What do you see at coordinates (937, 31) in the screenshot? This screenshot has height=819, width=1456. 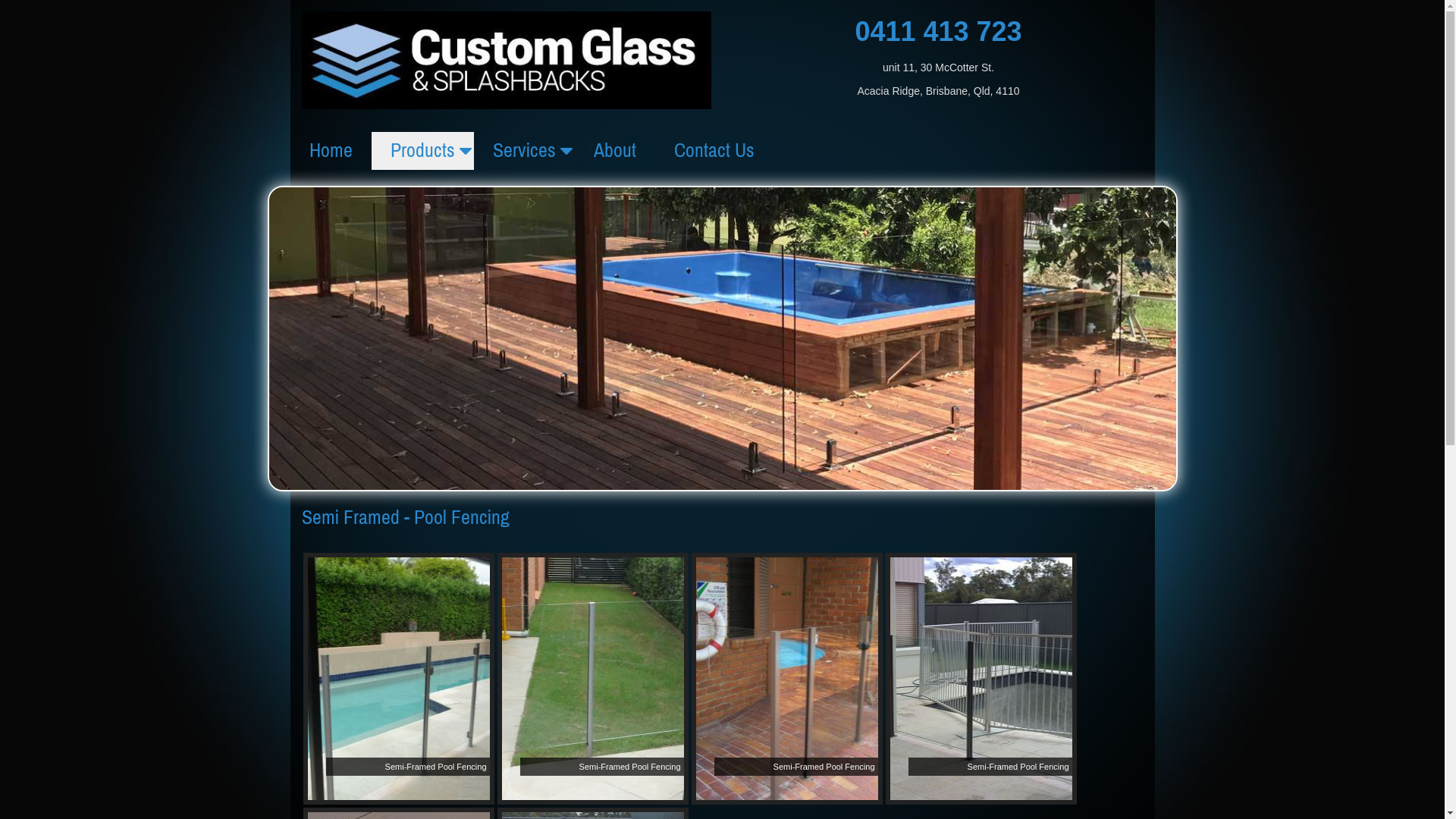 I see `'0411 413 723'` at bounding box center [937, 31].